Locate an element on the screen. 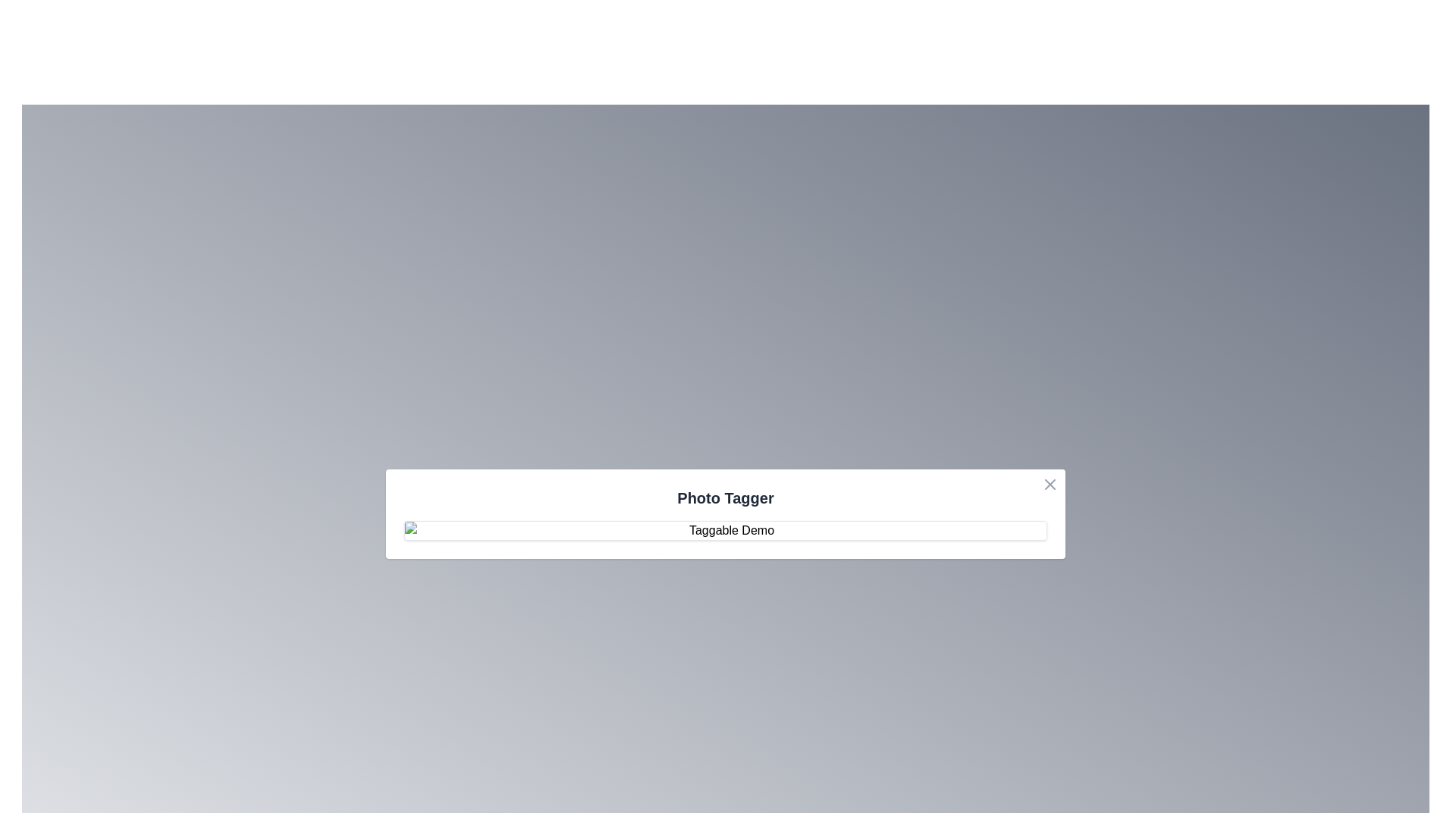 This screenshot has width=1456, height=819. close button located at the top-right corner of the dialog is located at coordinates (1050, 485).